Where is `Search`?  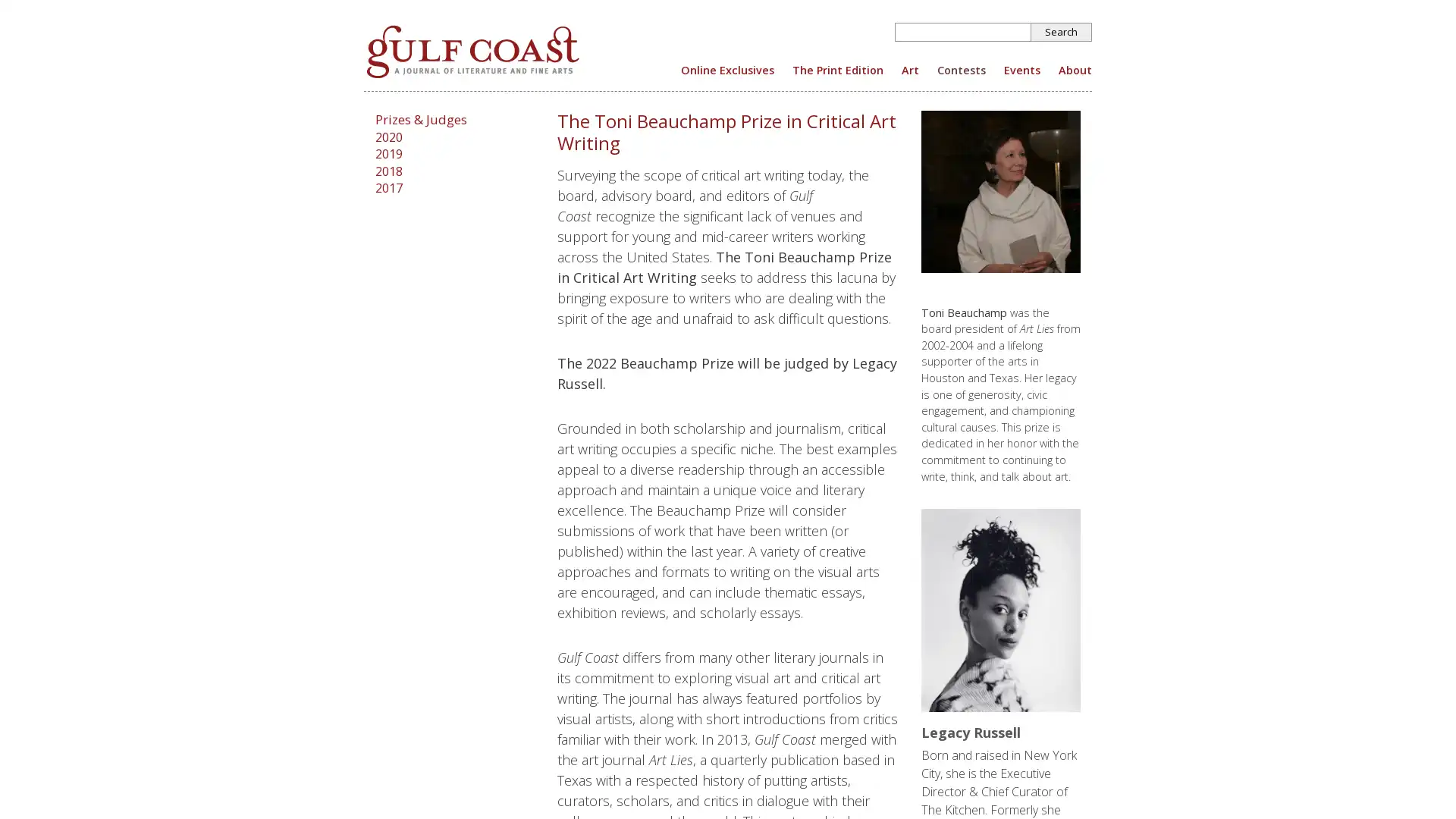 Search is located at coordinates (1061, 32).